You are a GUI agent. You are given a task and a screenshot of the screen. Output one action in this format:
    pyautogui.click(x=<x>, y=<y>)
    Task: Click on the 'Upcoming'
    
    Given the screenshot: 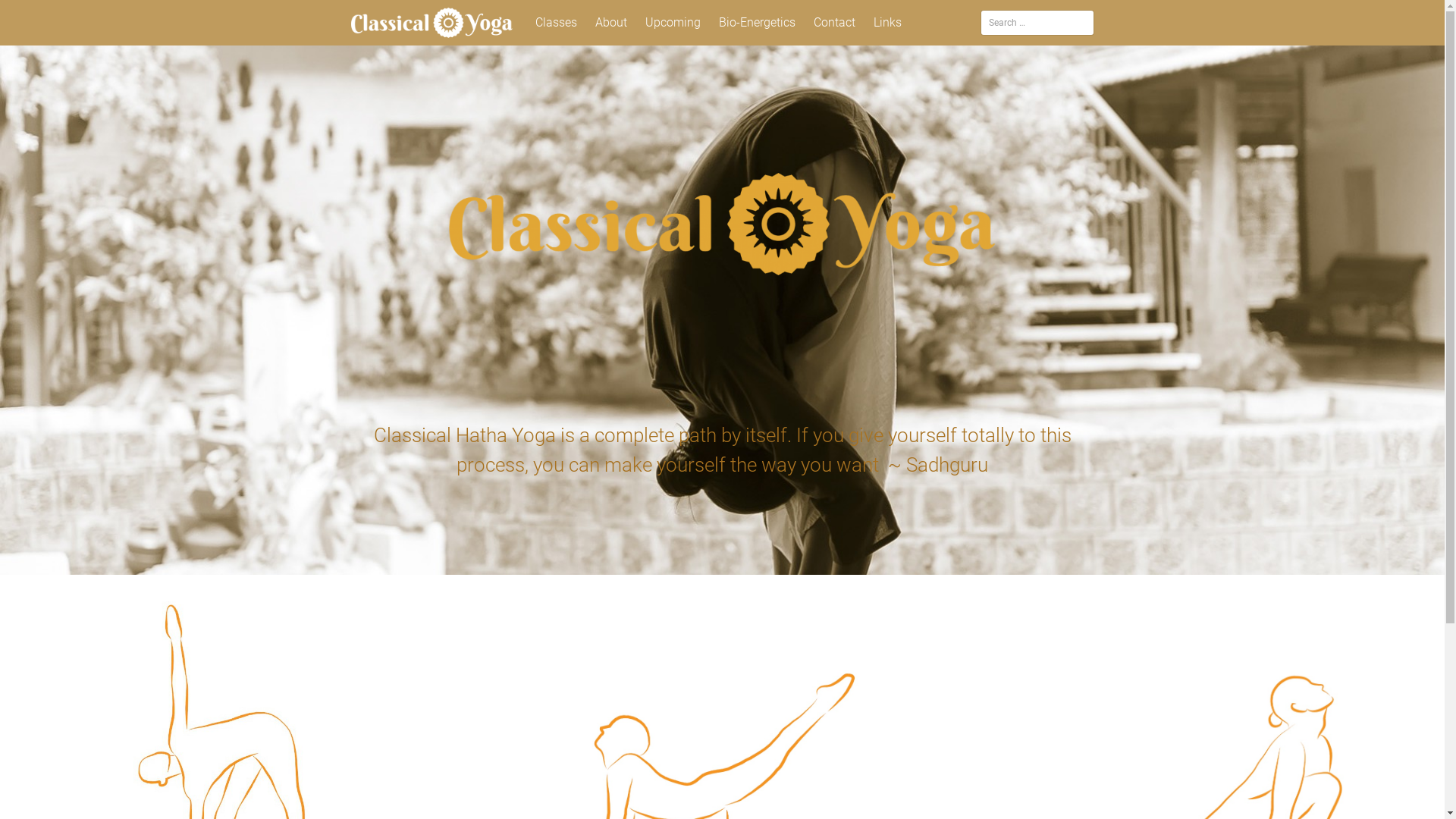 What is the action you would take?
    pyautogui.click(x=672, y=23)
    